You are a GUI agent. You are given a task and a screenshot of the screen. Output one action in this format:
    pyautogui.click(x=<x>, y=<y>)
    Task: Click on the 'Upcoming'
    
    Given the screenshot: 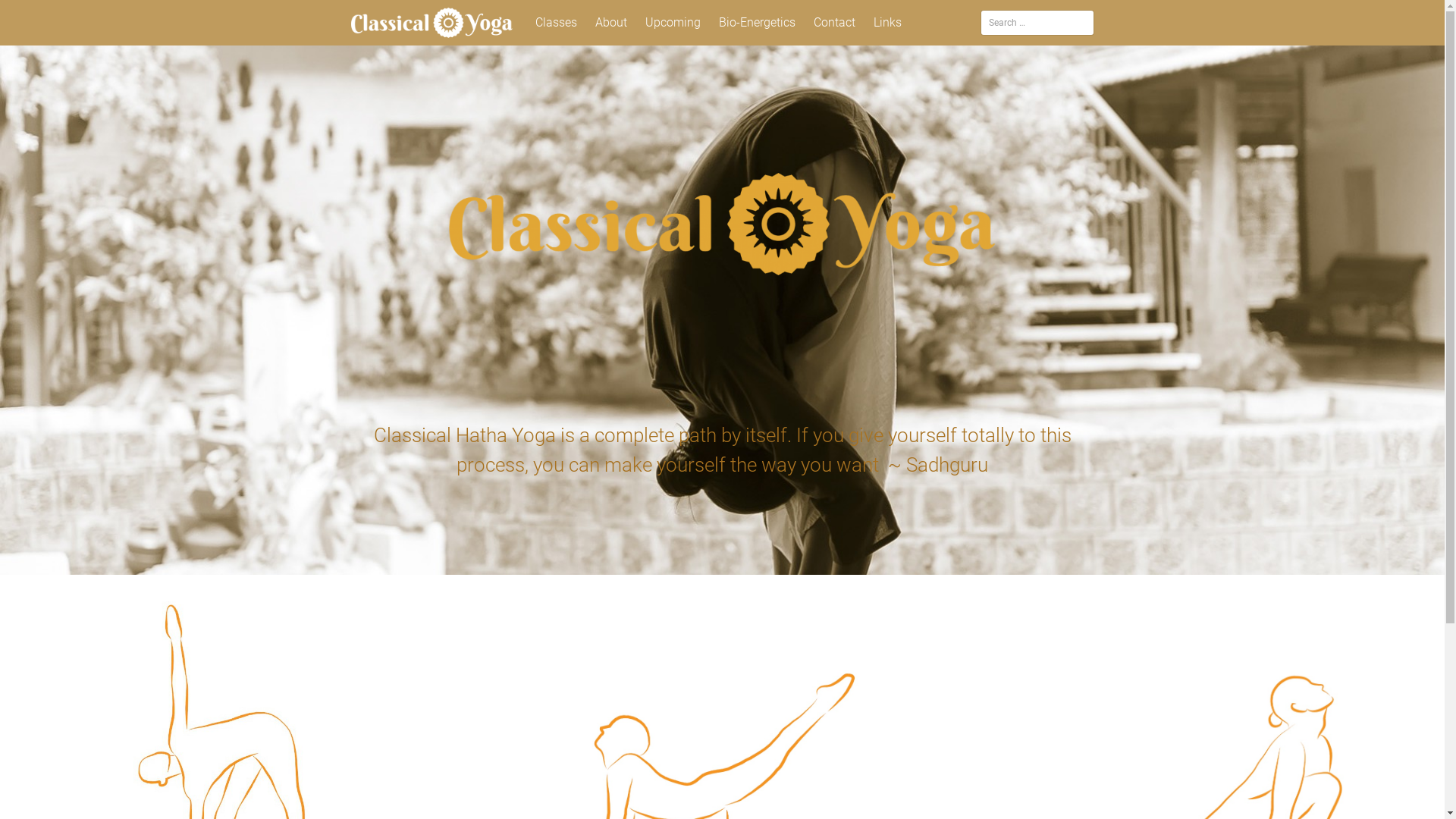 What is the action you would take?
    pyautogui.click(x=672, y=23)
    